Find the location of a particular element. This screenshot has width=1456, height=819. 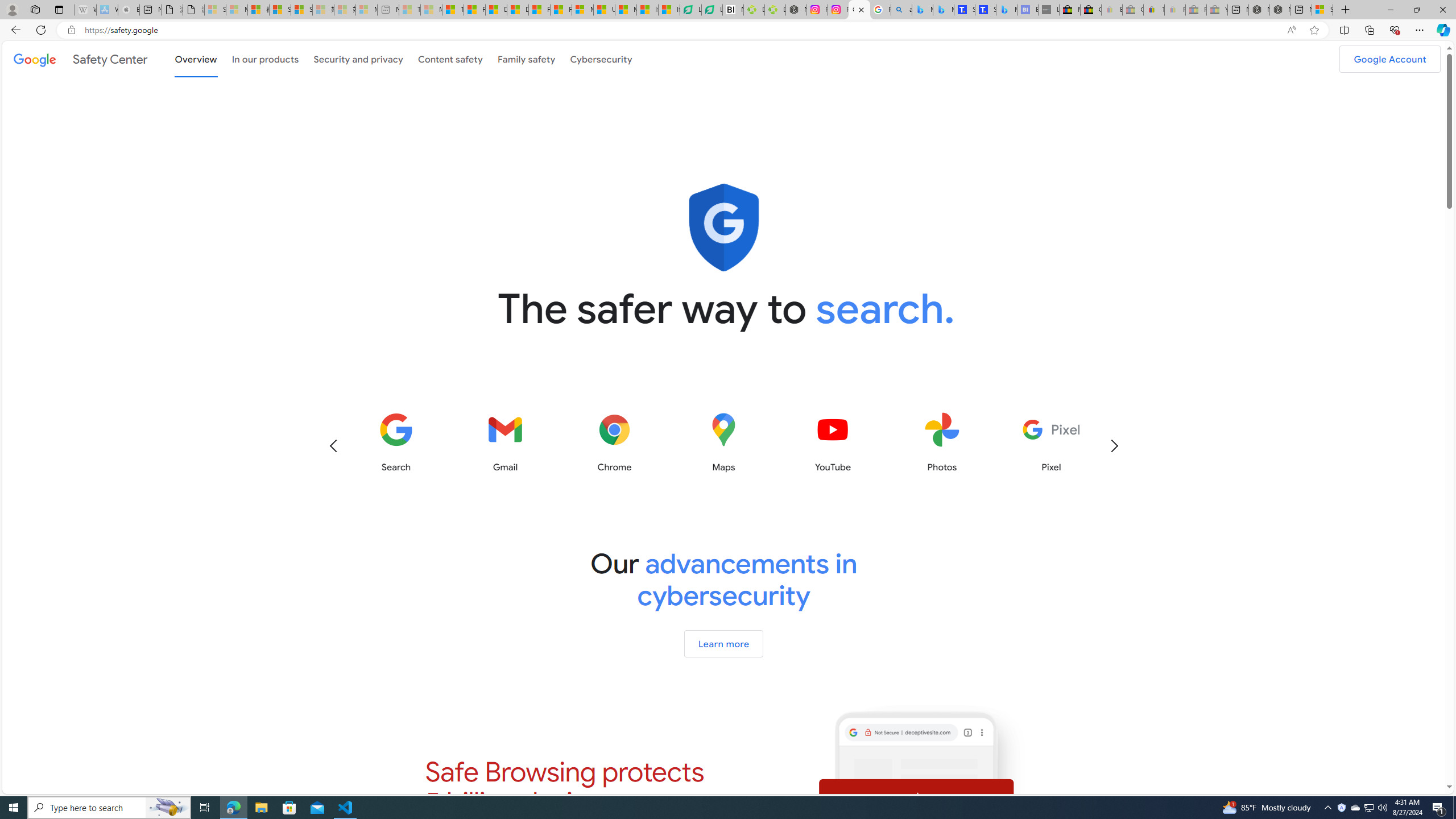

'Family safety' is located at coordinates (526, 59).